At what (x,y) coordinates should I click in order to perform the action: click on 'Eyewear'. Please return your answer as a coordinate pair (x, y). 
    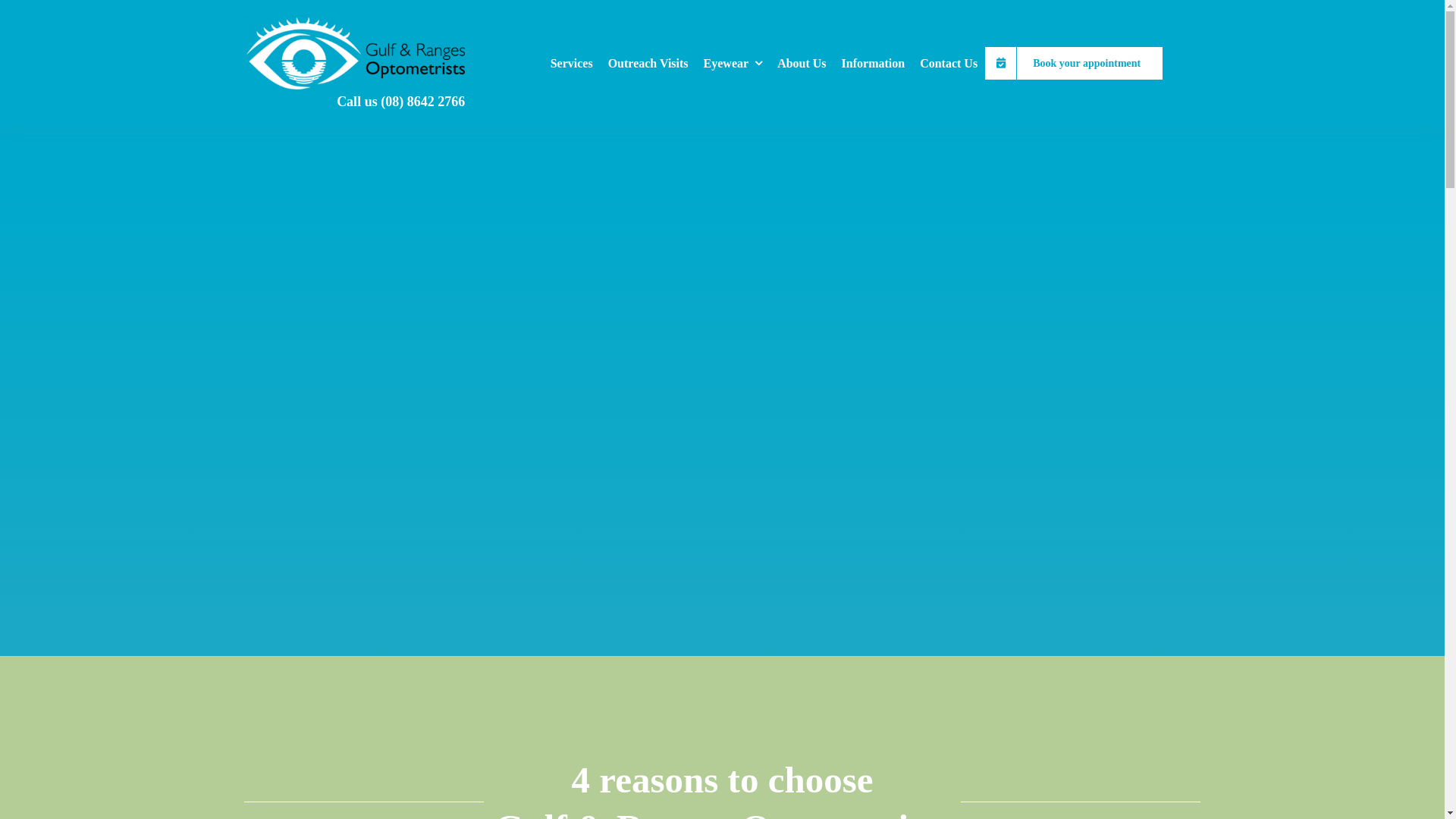
    Looking at the image, I should click on (695, 62).